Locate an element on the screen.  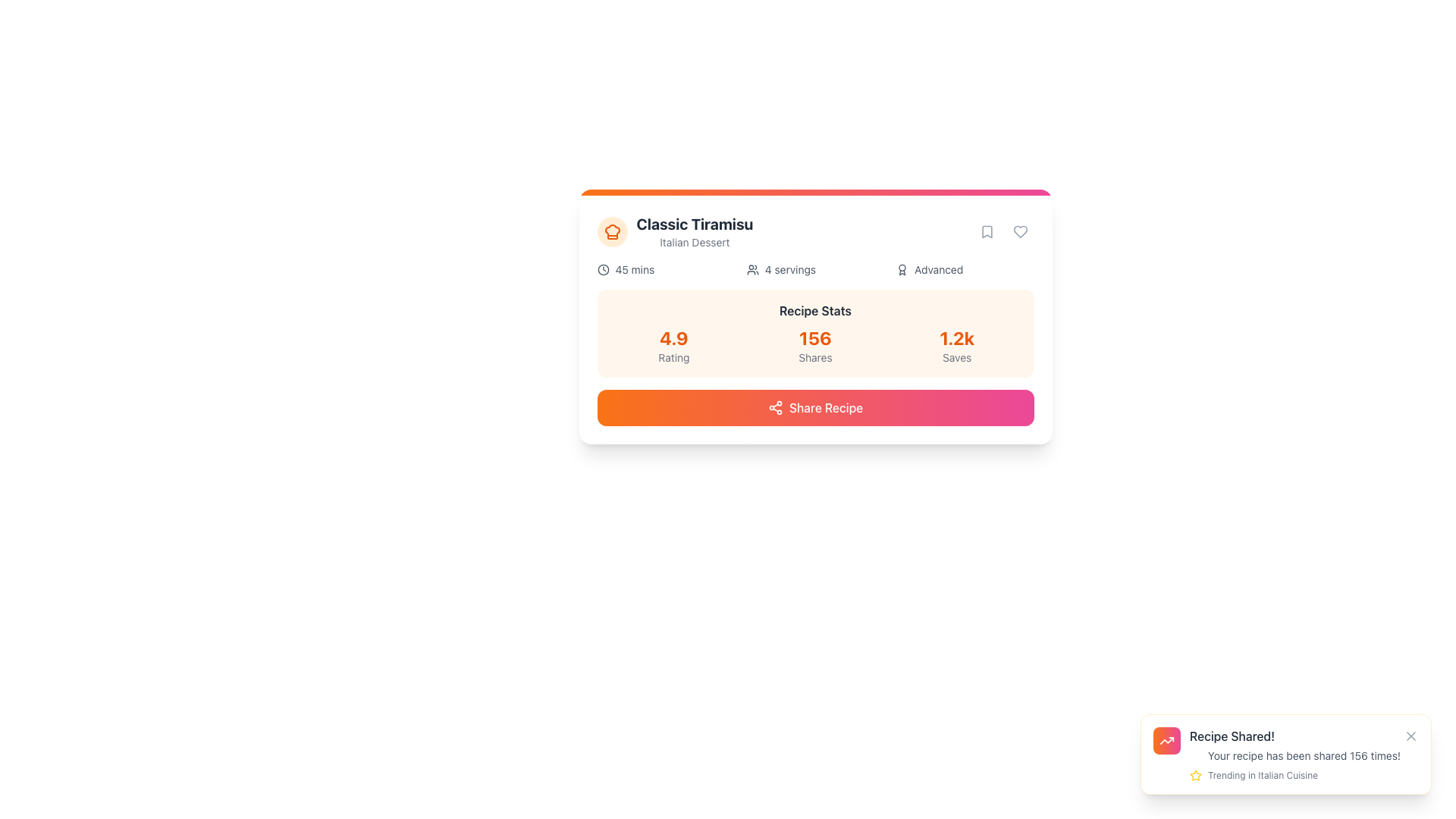
the static text label reading 'Saves', which is located in the bottom-right section of the 'Recipe Stats' area beneath the bold text '1.2k' is located at coordinates (956, 357).